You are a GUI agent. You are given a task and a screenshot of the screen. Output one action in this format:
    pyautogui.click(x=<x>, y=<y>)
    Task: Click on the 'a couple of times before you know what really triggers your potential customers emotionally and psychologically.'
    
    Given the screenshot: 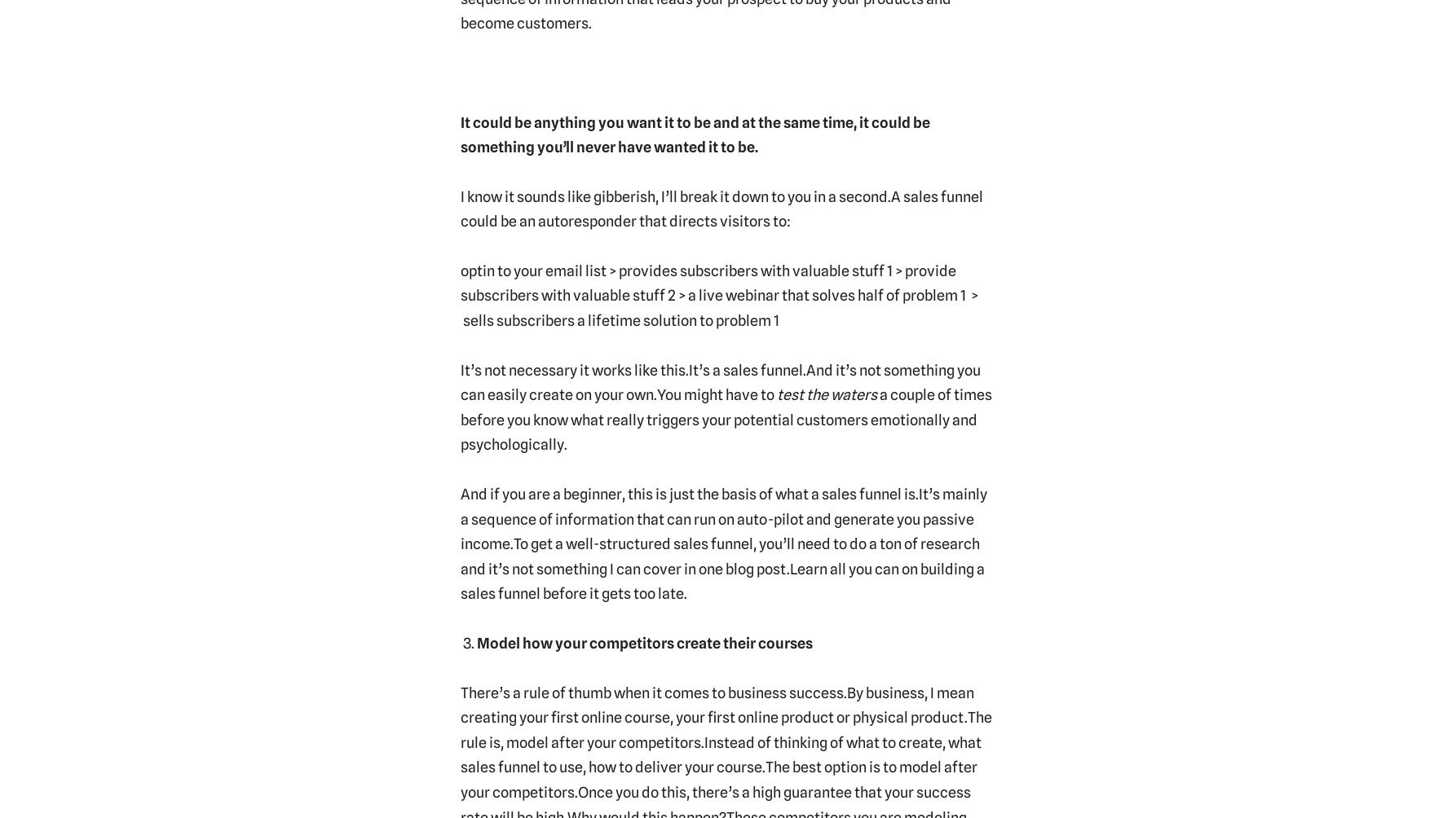 What is the action you would take?
    pyautogui.click(x=724, y=419)
    